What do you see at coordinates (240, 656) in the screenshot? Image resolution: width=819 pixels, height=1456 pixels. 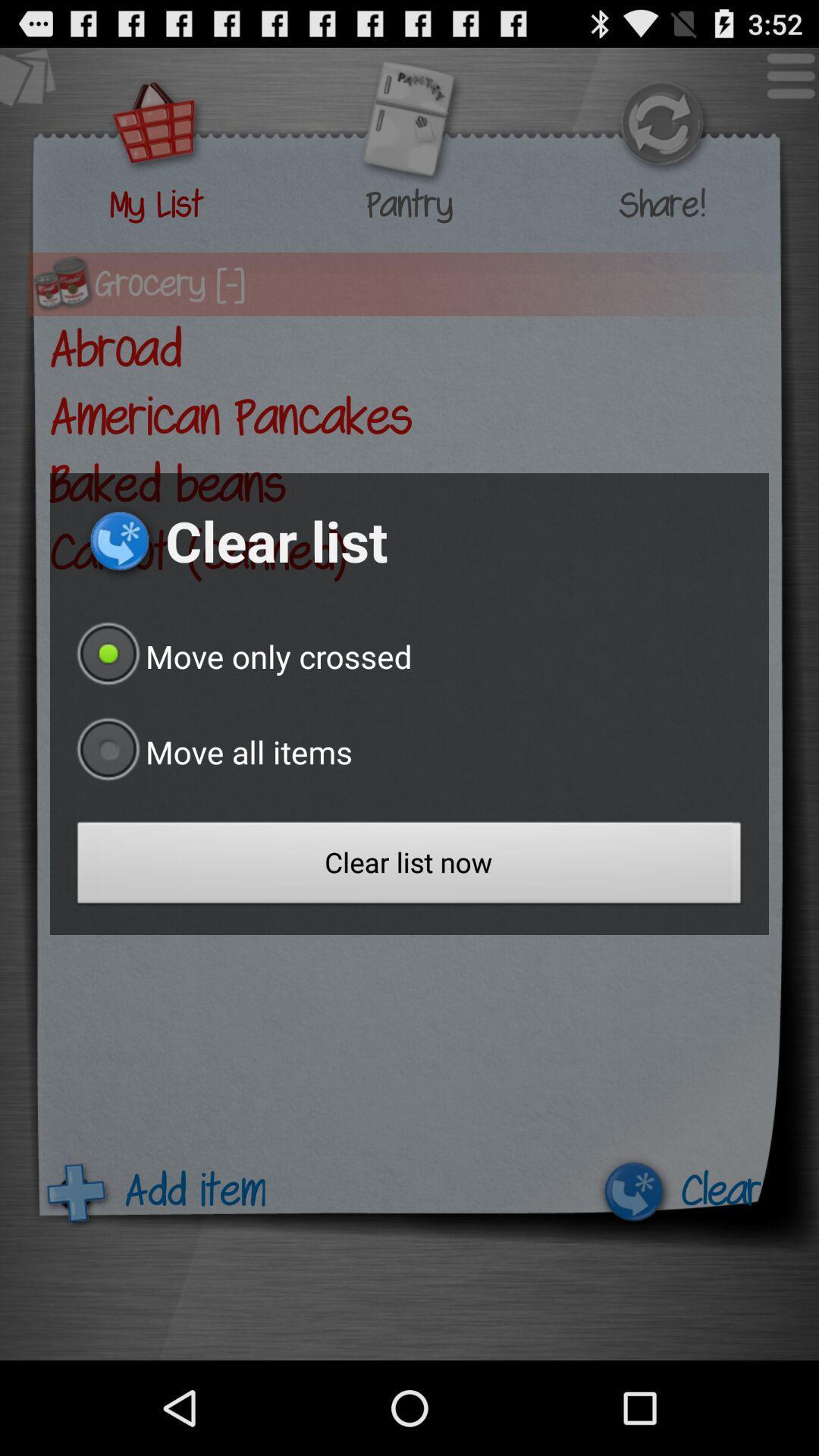 I see `icon below the clear list` at bounding box center [240, 656].